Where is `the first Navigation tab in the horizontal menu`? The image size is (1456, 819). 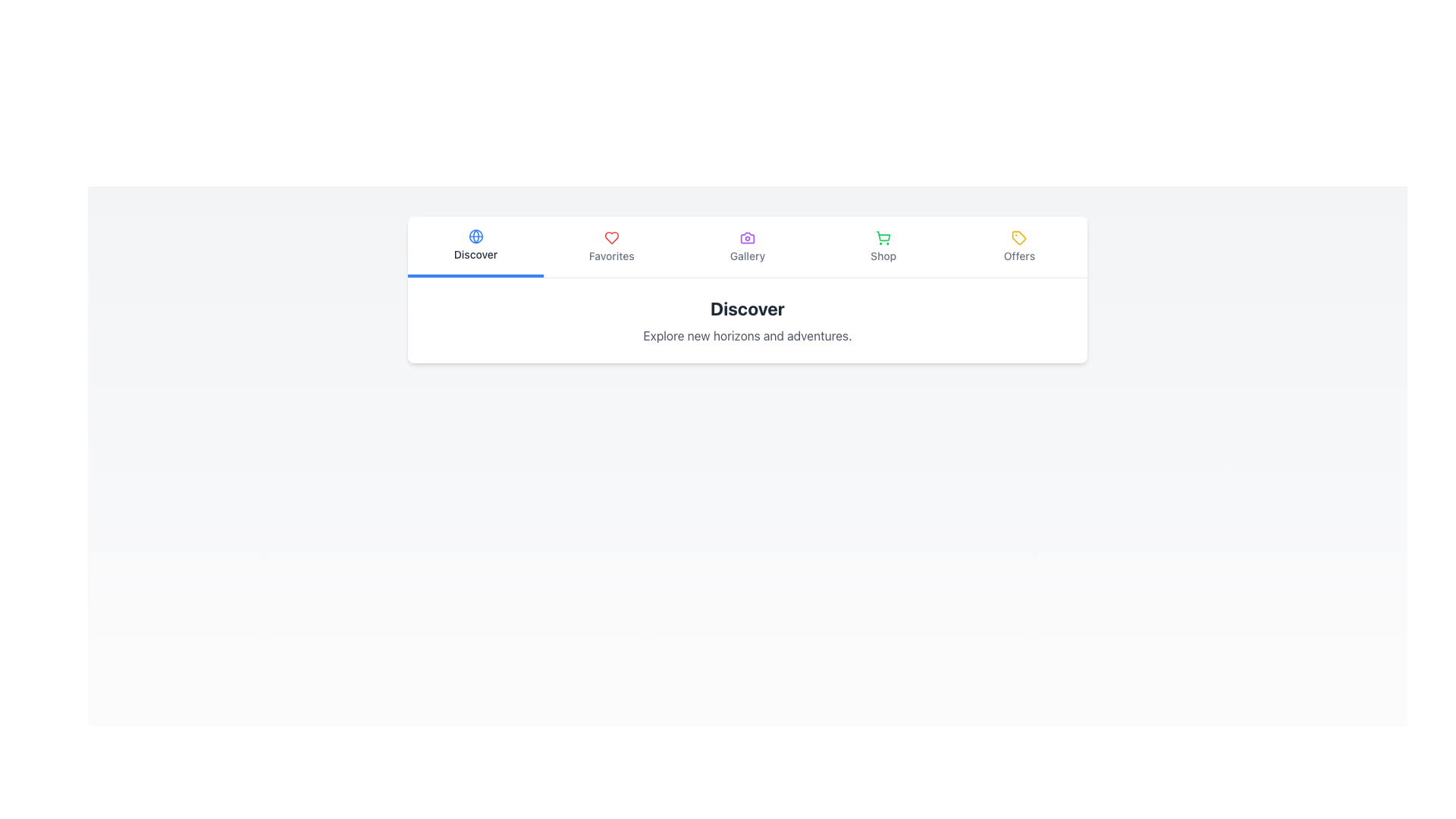 the first Navigation tab in the horizontal menu is located at coordinates (475, 245).